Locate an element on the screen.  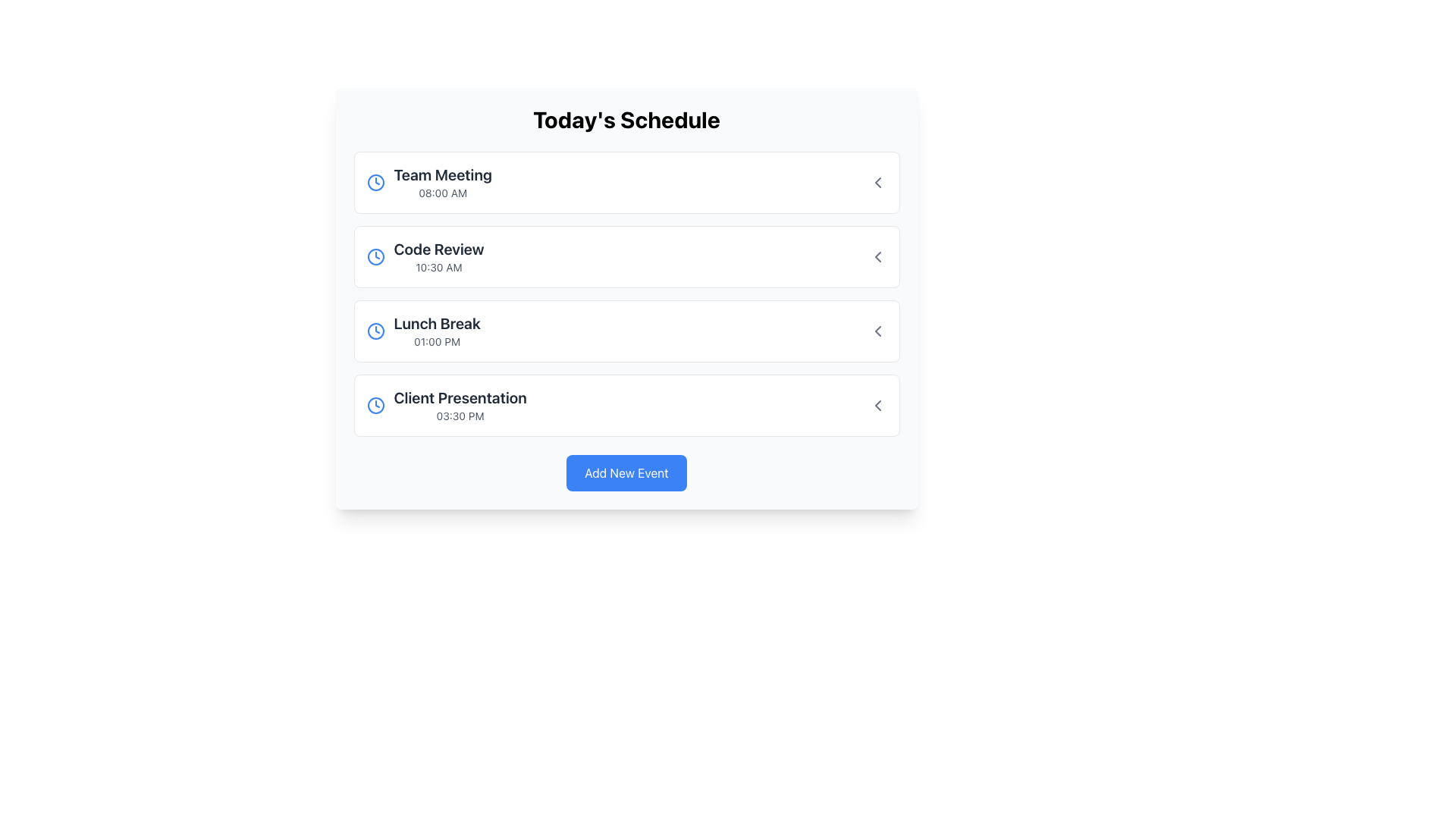
the scheduled event titled 'Code Review' at '10:30 AM' in the second row of 'Today's Schedule' is located at coordinates (425, 256).